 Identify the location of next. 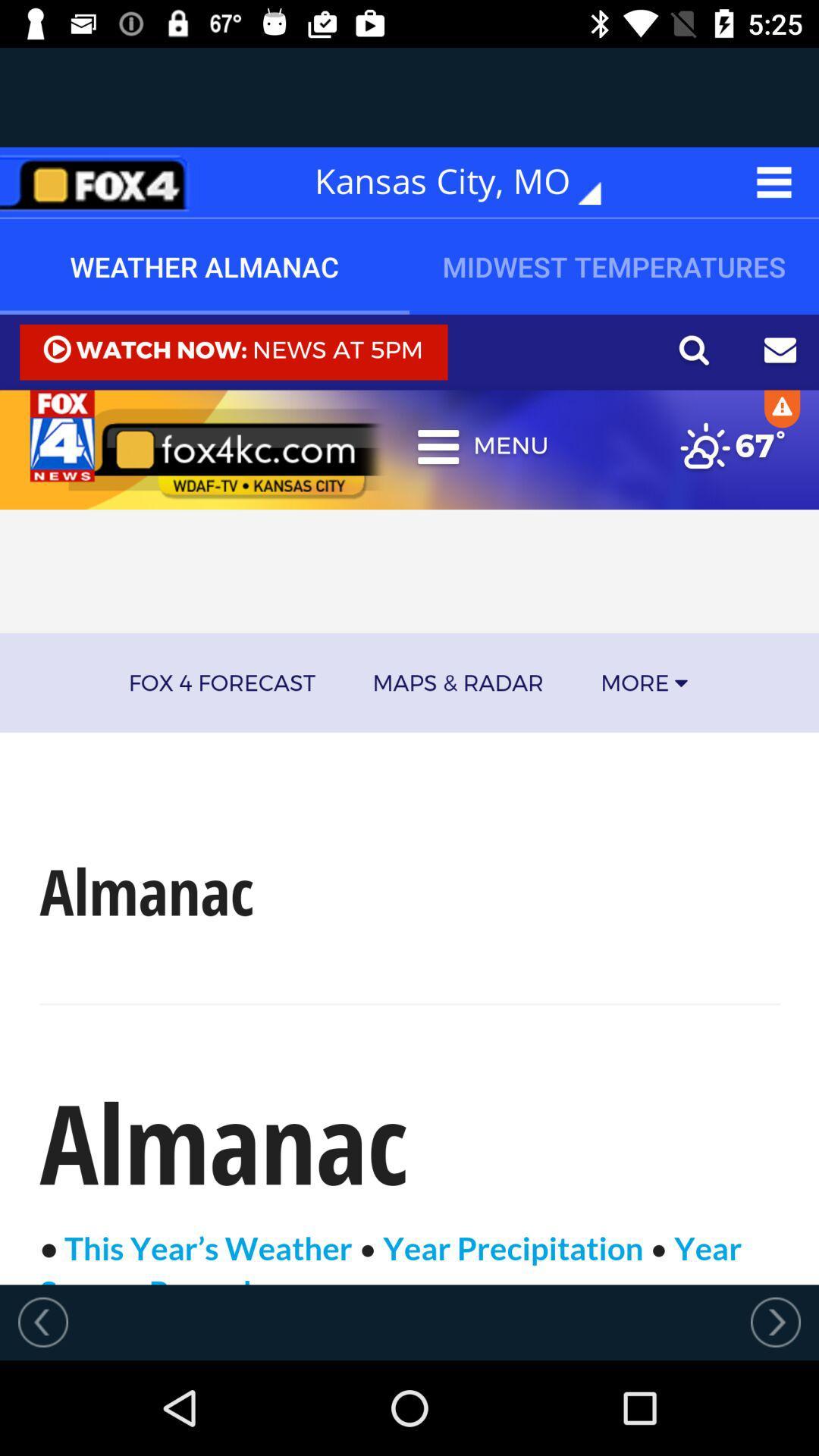
(775, 1321).